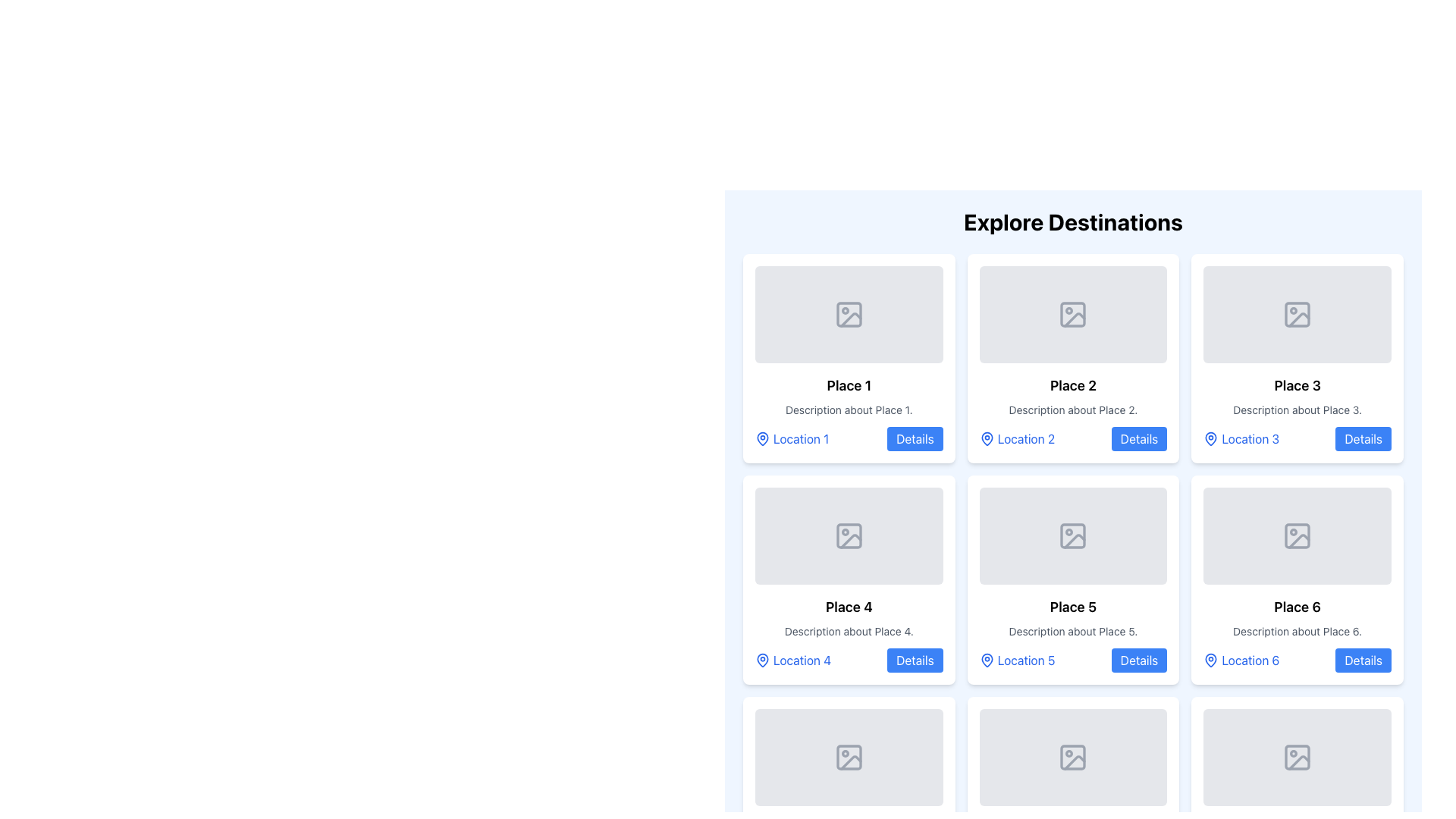 This screenshot has width=1456, height=819. I want to click on the Decorative Placeholder Icon located inside the fourth card in a grid layout, which is a rectangular icon with rounded corners, filled with a solid color, and situated towards the center of the placeholder image, so click(848, 535).